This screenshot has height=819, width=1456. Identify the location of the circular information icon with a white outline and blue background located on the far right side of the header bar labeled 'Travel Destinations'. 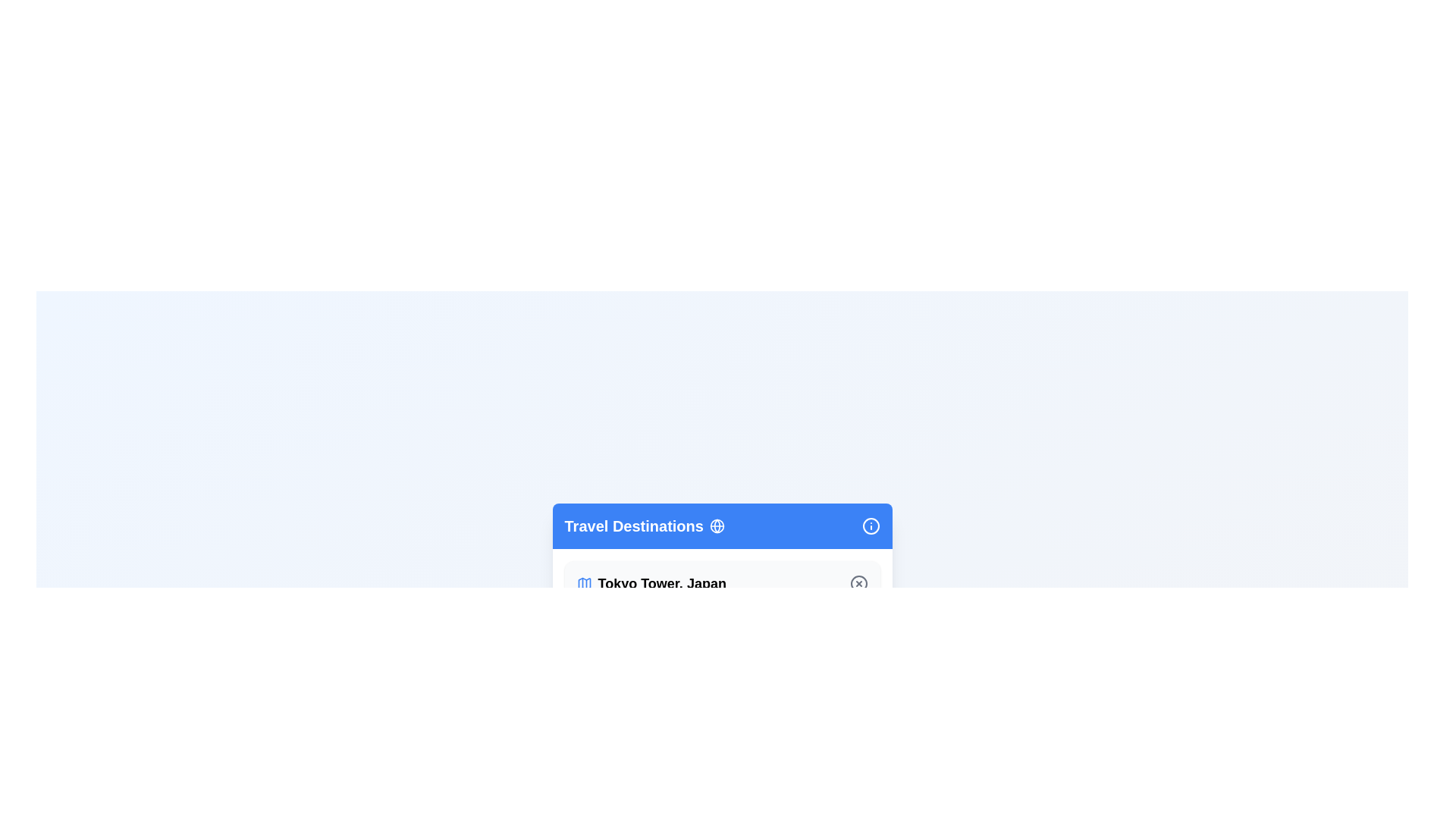
(871, 526).